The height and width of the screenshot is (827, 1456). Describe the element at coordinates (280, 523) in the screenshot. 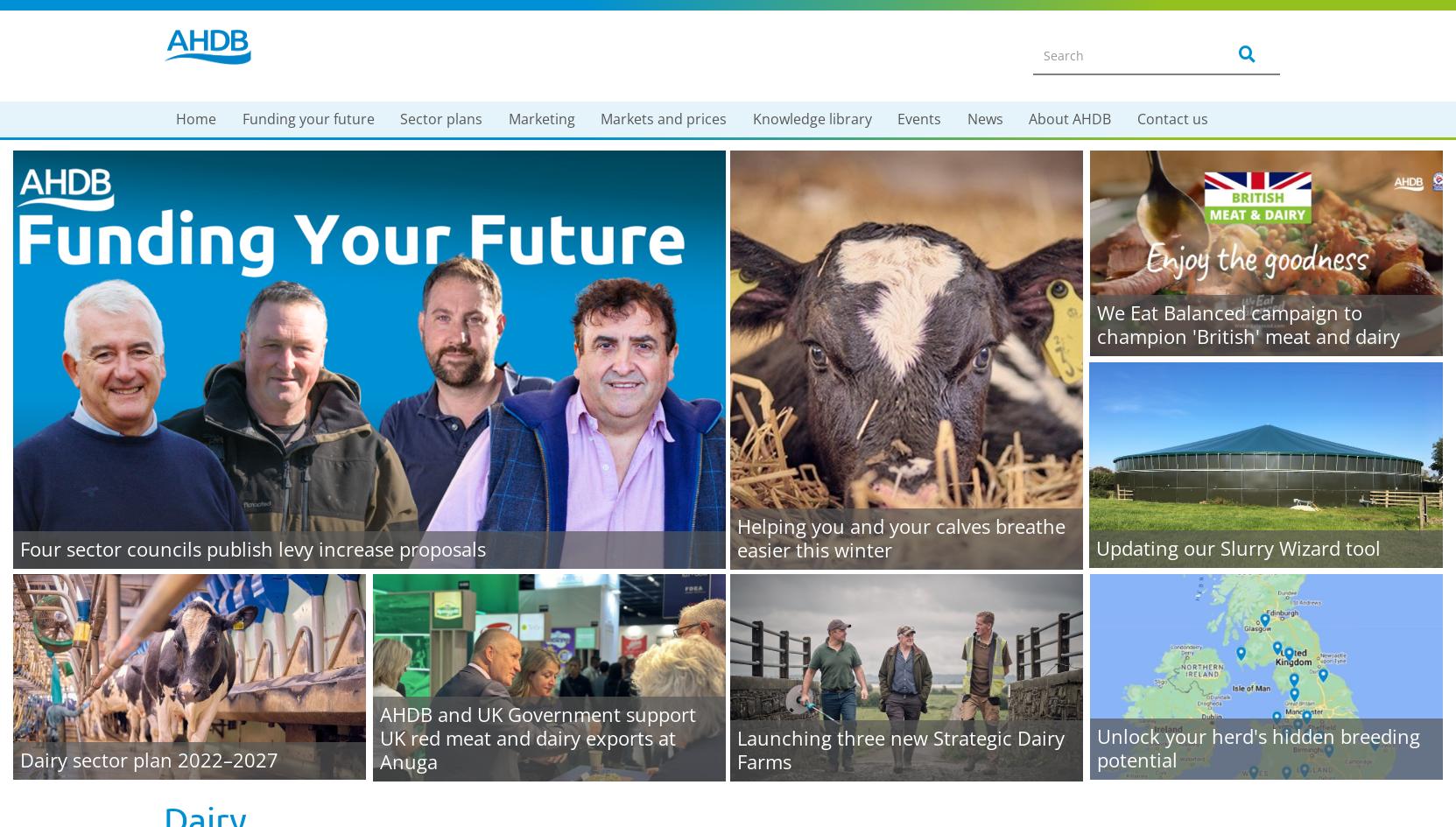

I see `'How calving at 24 months can reduce rearing costs significantly'` at that location.